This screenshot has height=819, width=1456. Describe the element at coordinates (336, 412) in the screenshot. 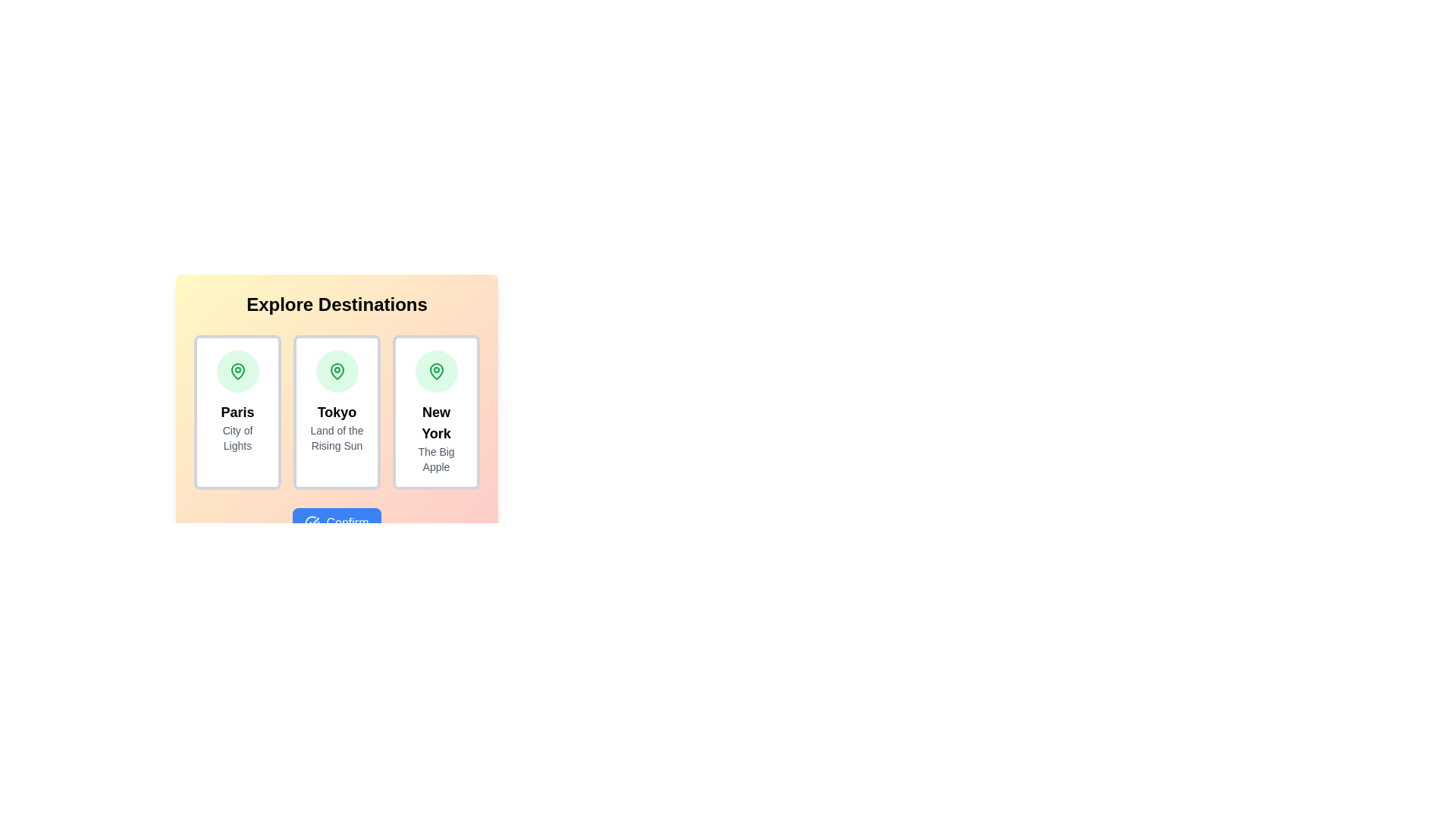

I see `the card representing Tokyo to select it` at that location.